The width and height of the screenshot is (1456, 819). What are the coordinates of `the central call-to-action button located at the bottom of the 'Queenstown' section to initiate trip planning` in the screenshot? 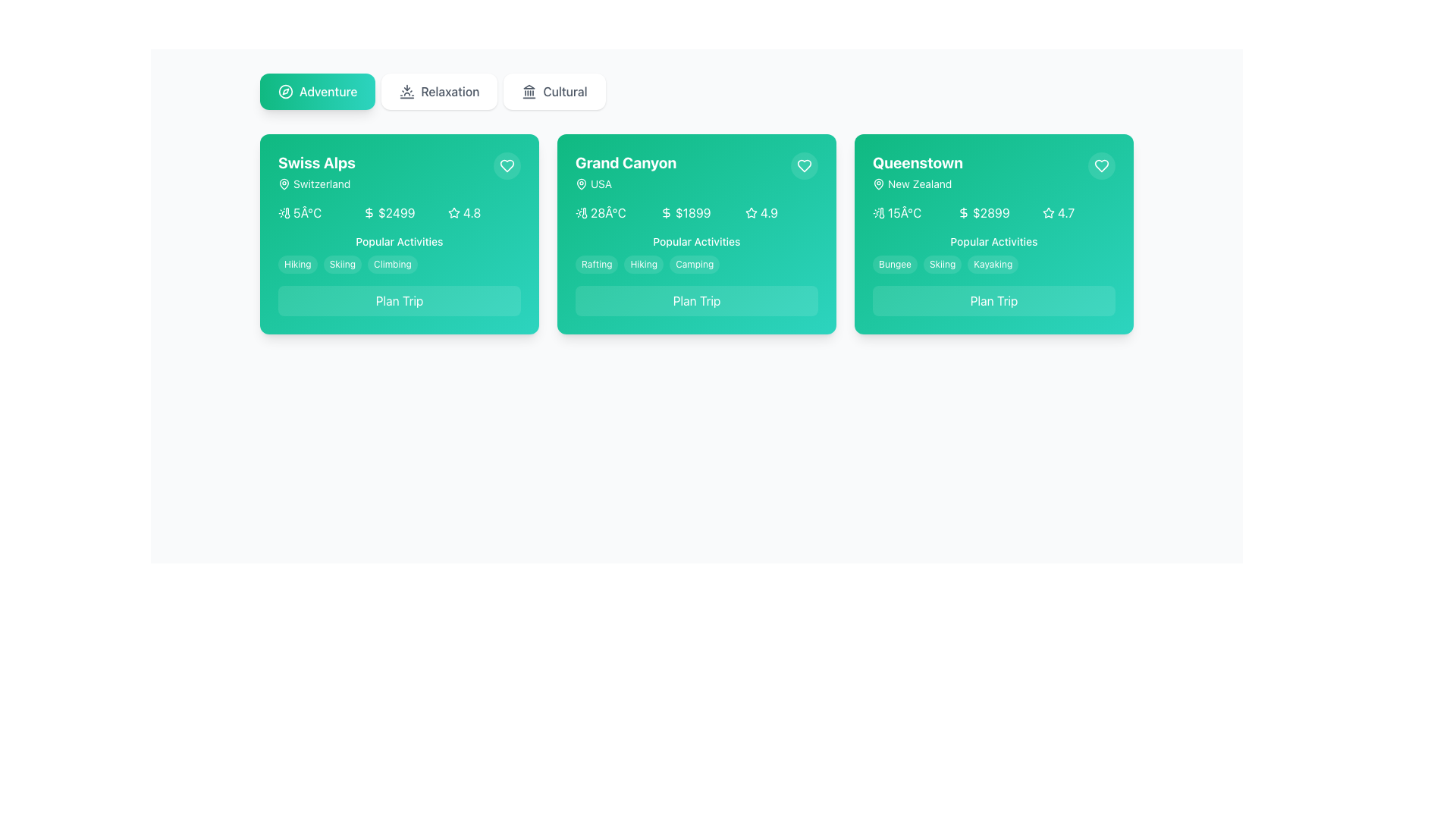 It's located at (993, 301).